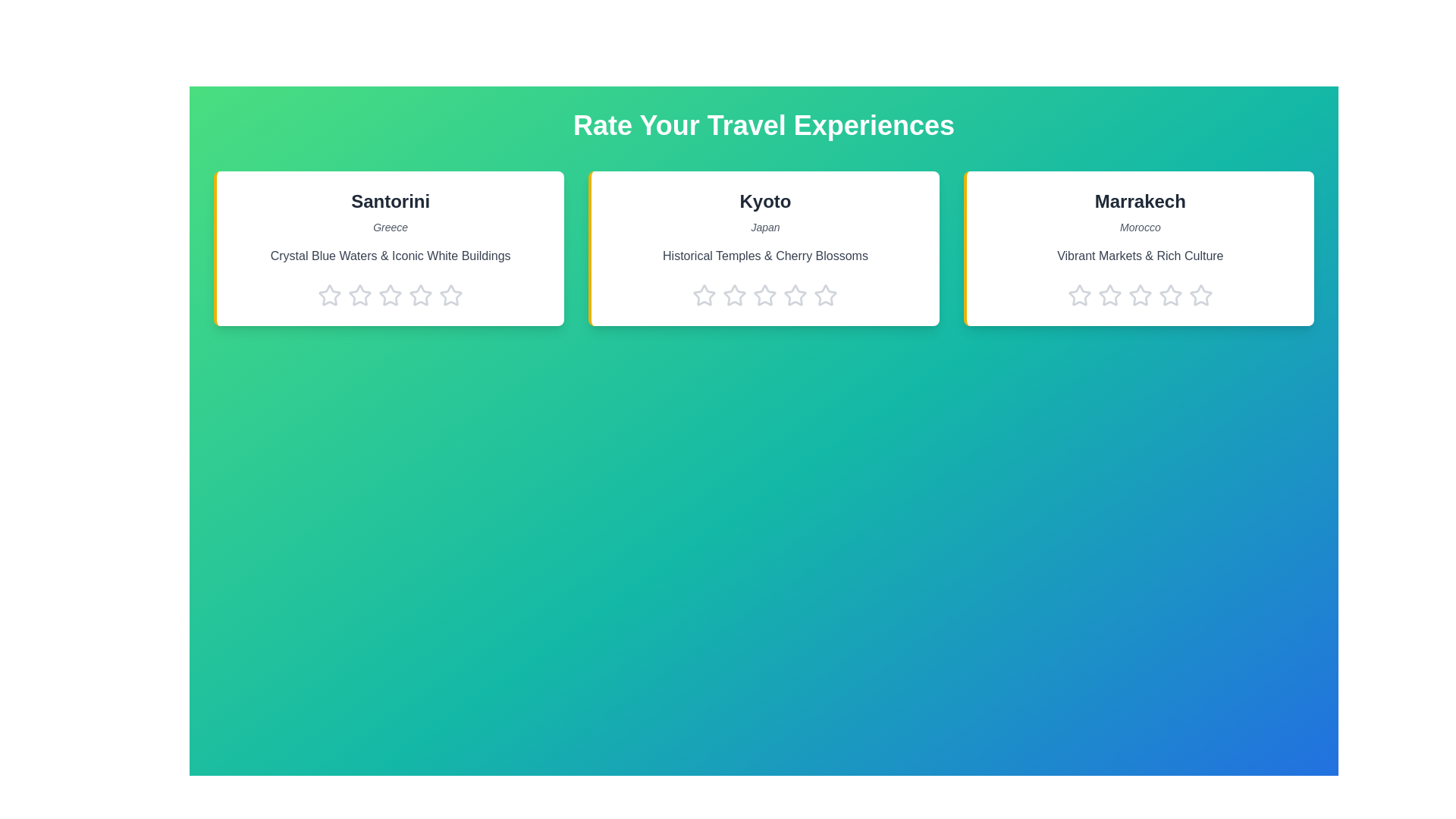 Image resolution: width=1456 pixels, height=819 pixels. Describe the element at coordinates (764, 247) in the screenshot. I see `the destination card for Kyoto to inspect its country information` at that location.